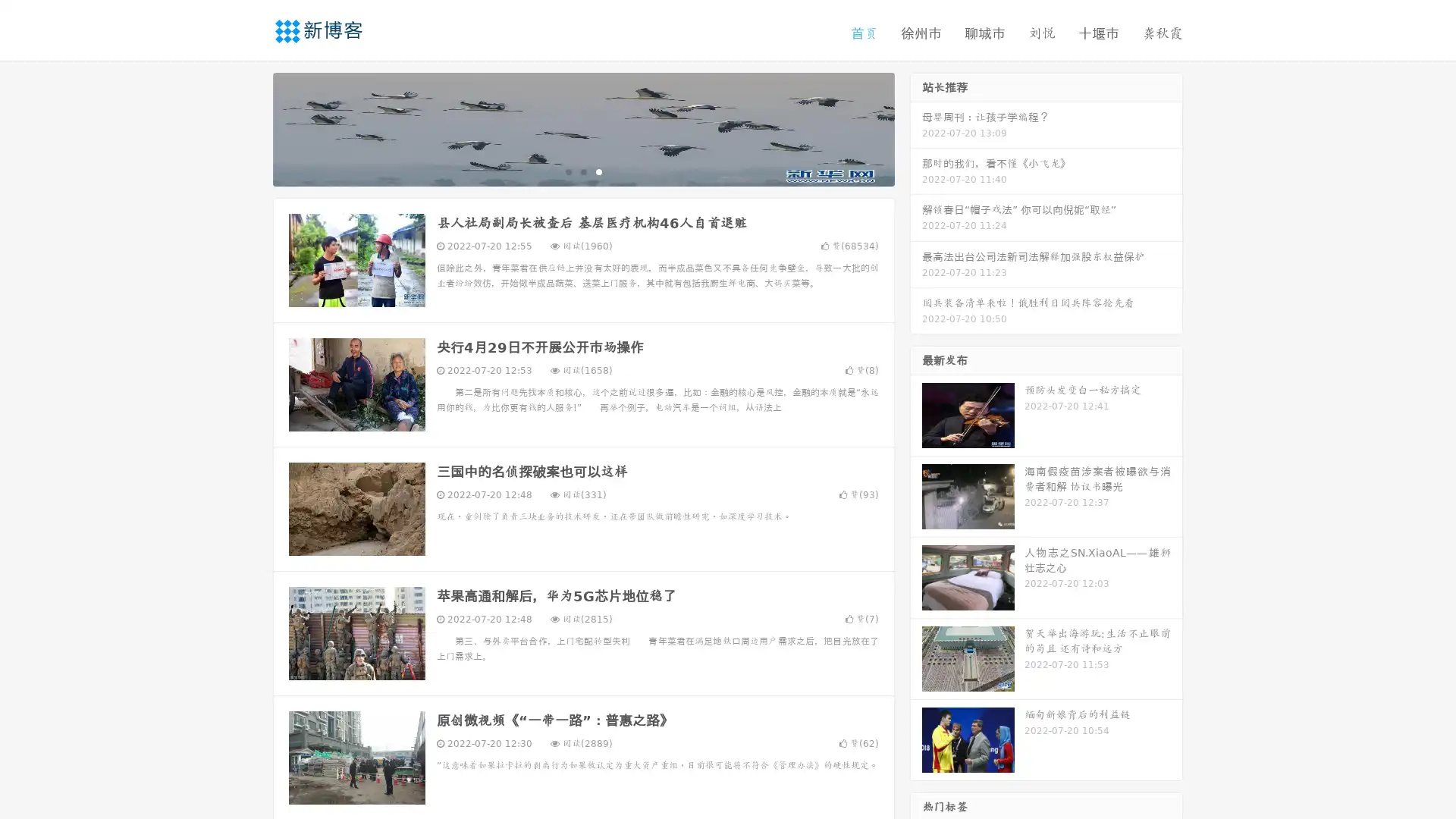  What do you see at coordinates (250, 127) in the screenshot?
I see `Previous slide` at bounding box center [250, 127].